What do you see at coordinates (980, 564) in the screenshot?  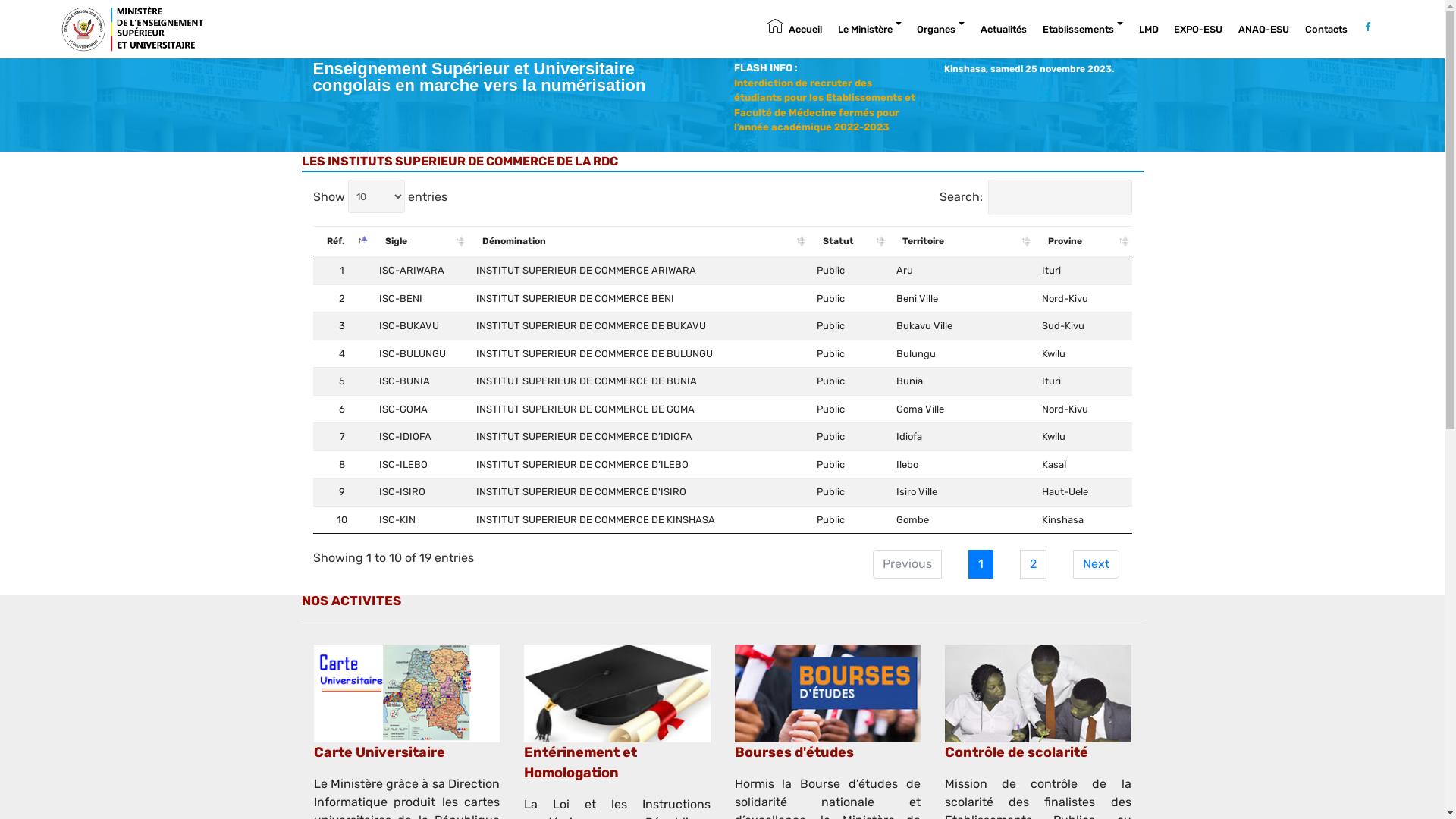 I see `'1'` at bounding box center [980, 564].